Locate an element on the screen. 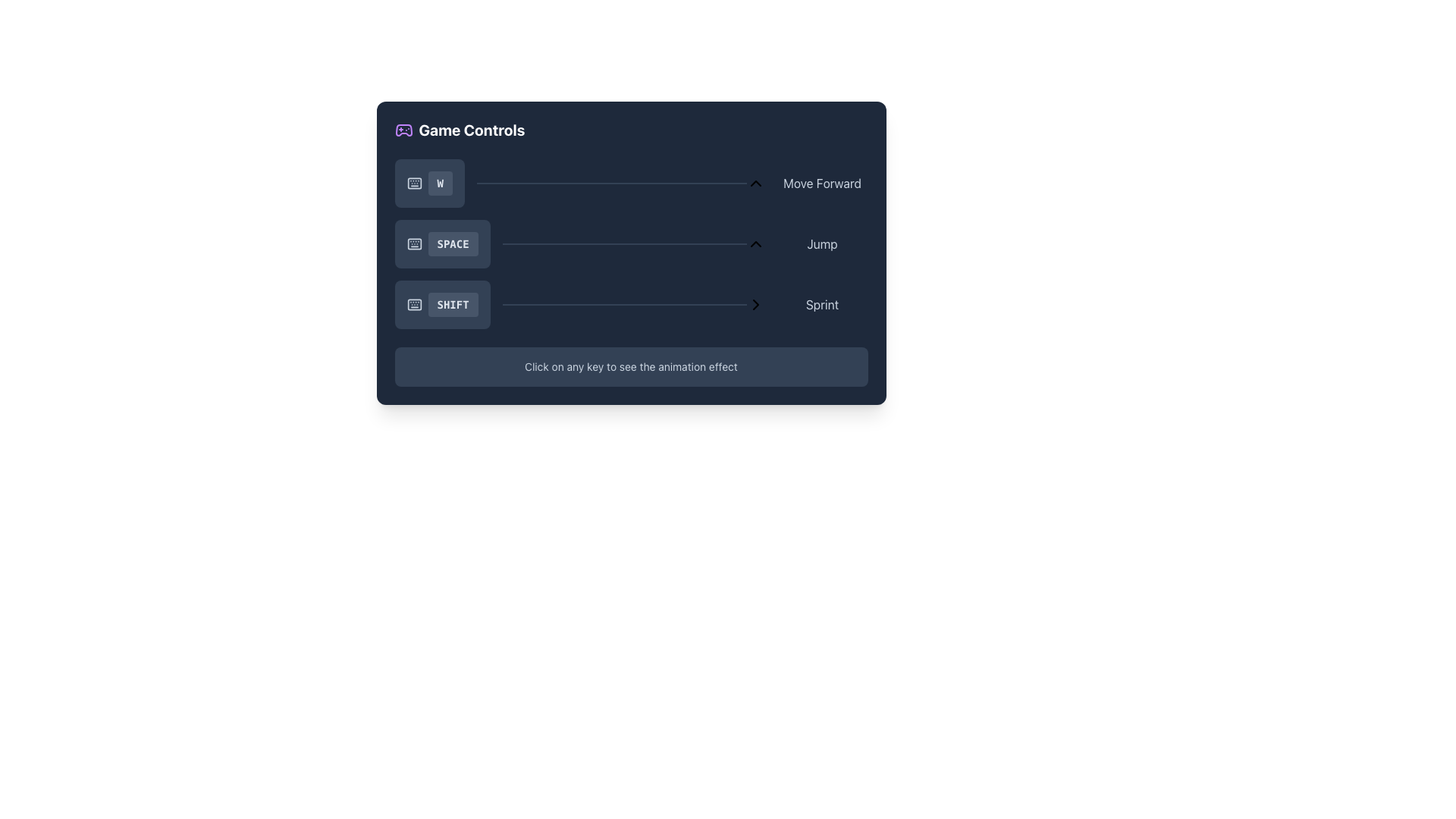  the layout of the Control List displaying game key-action mappings, which is centrally located above an explanatory text panel in the 'Game Controls' section is located at coordinates (631, 243).